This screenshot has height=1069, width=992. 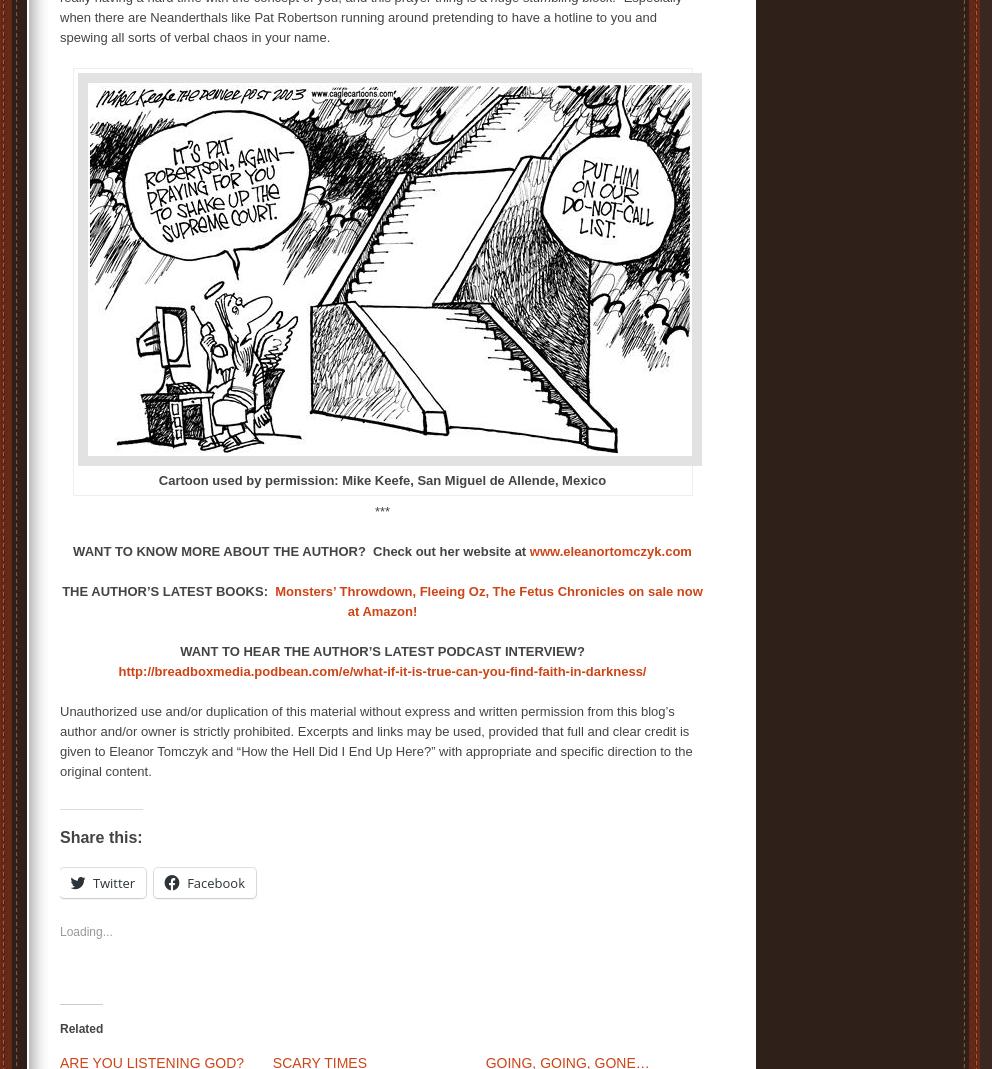 I want to click on 'Monsters’ Throwdown, Fleeing Oz, The Fetus Chronicles on sale now at Amazon!', so click(x=488, y=601).